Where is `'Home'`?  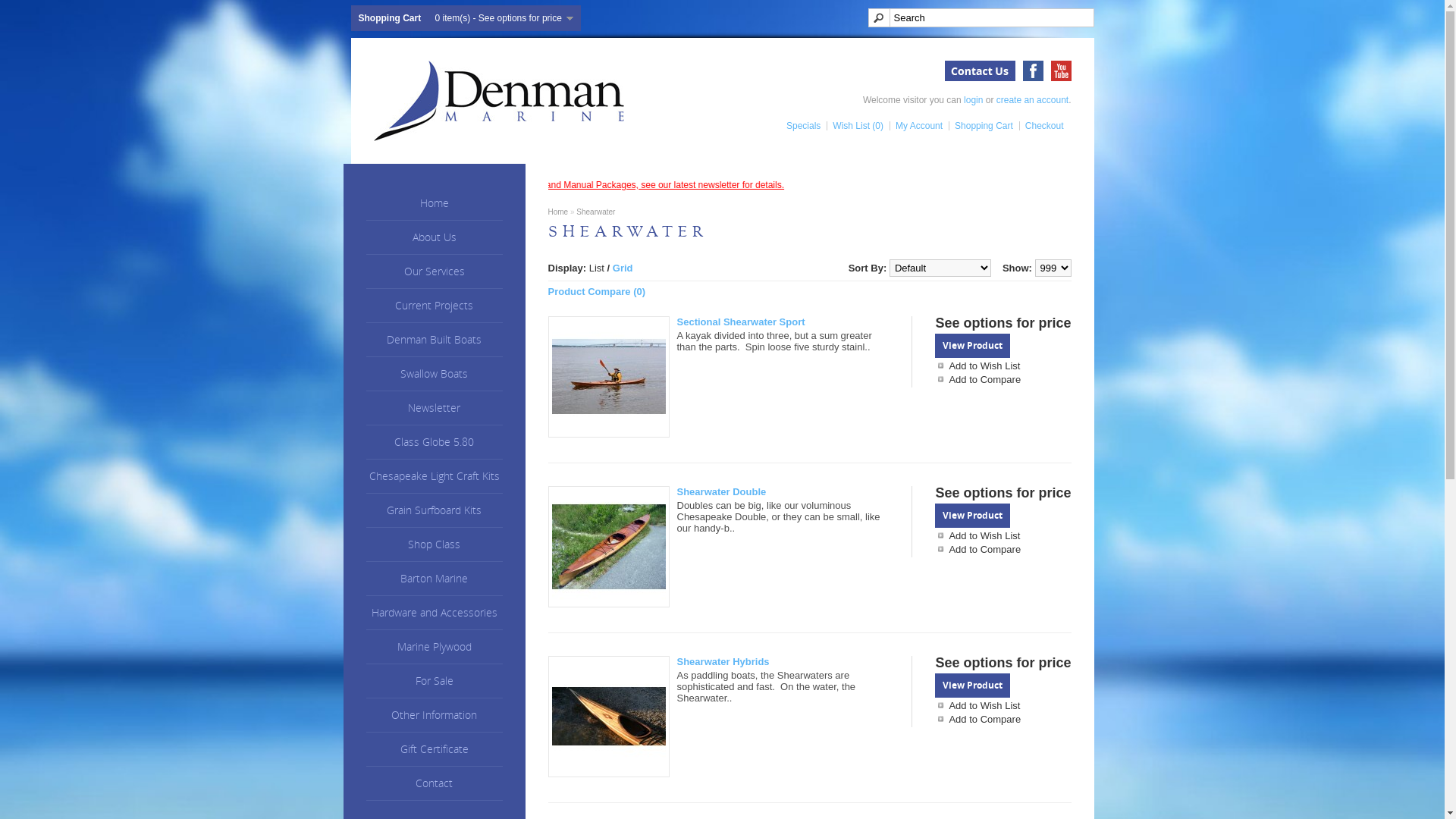
'Home' is located at coordinates (557, 212).